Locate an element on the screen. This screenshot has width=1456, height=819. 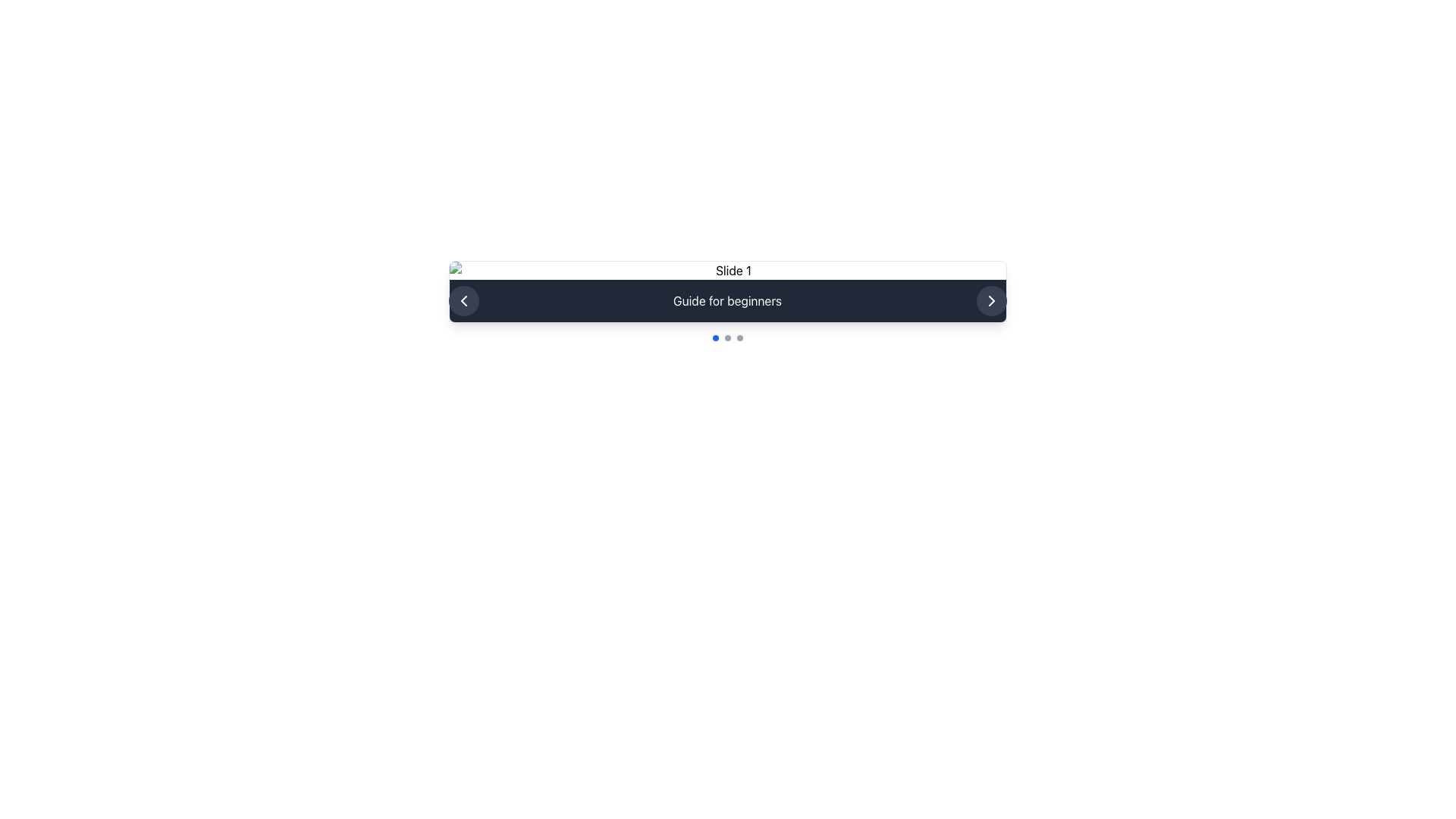
the navigation button (arrow icon) located at the center-right of the horizontal navigation bar is located at coordinates (991, 301).